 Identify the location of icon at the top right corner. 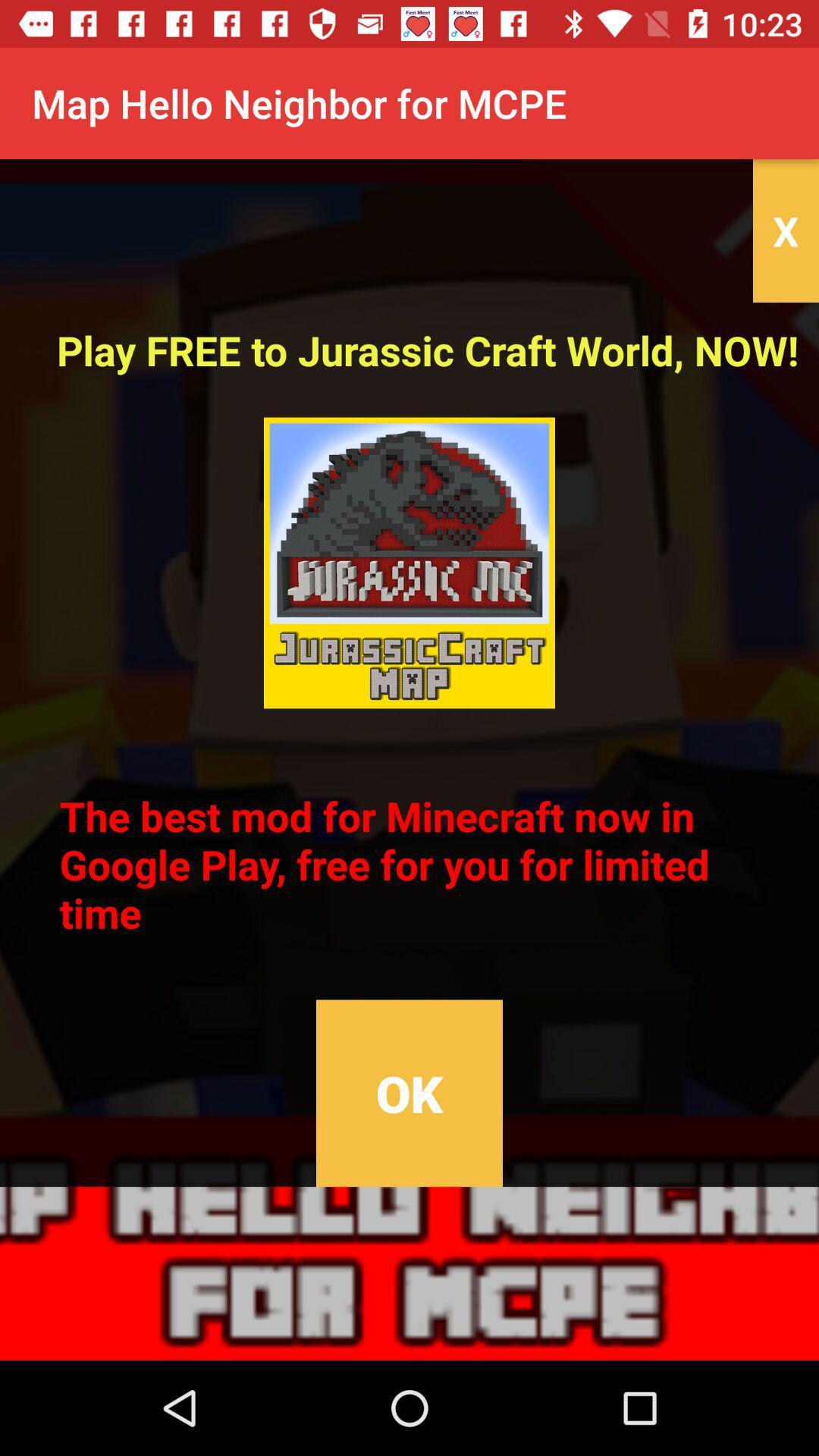
(785, 230).